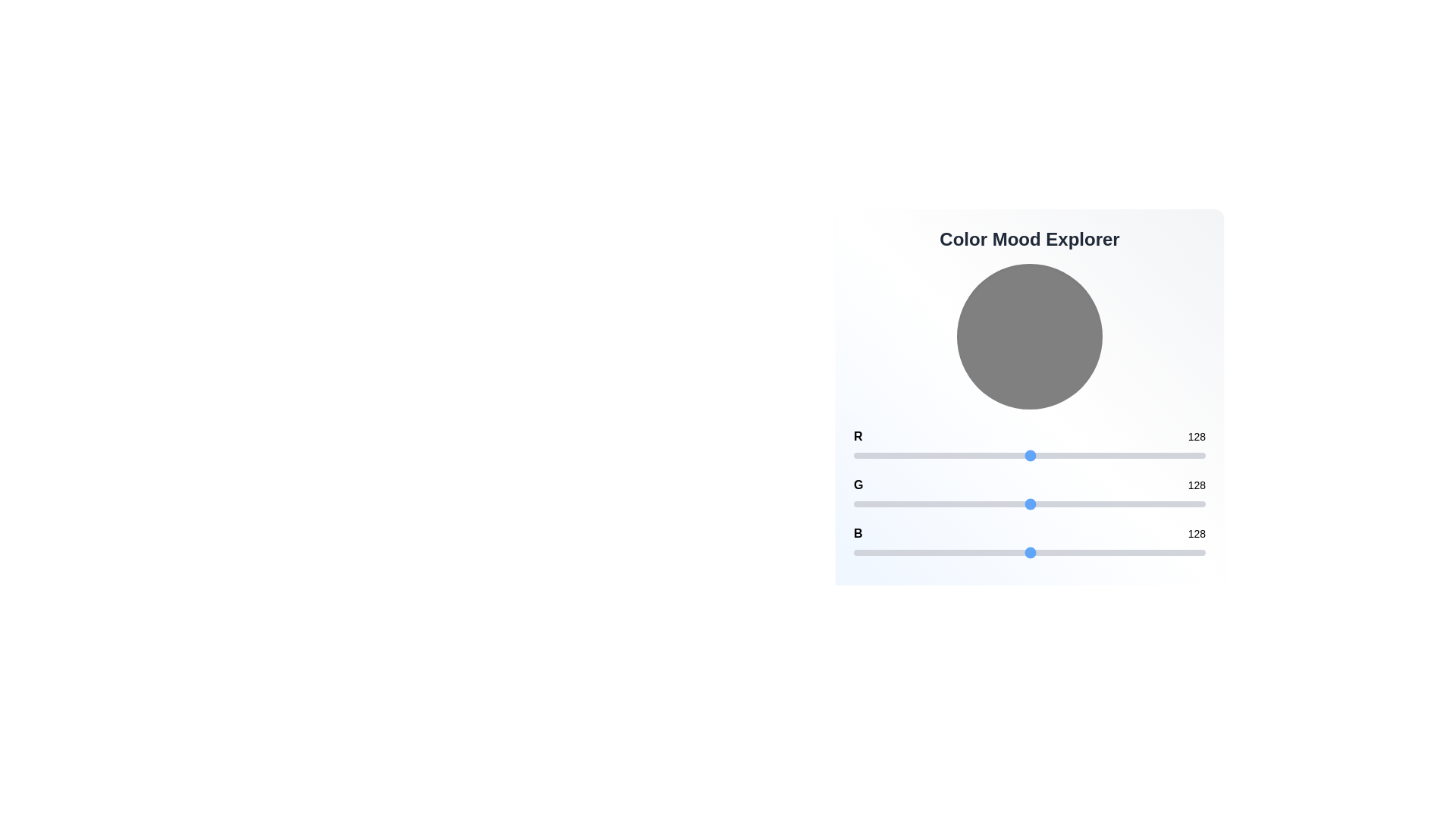 This screenshot has width=1456, height=819. What do you see at coordinates (1153, 504) in the screenshot?
I see `the green color channel slider to 218` at bounding box center [1153, 504].